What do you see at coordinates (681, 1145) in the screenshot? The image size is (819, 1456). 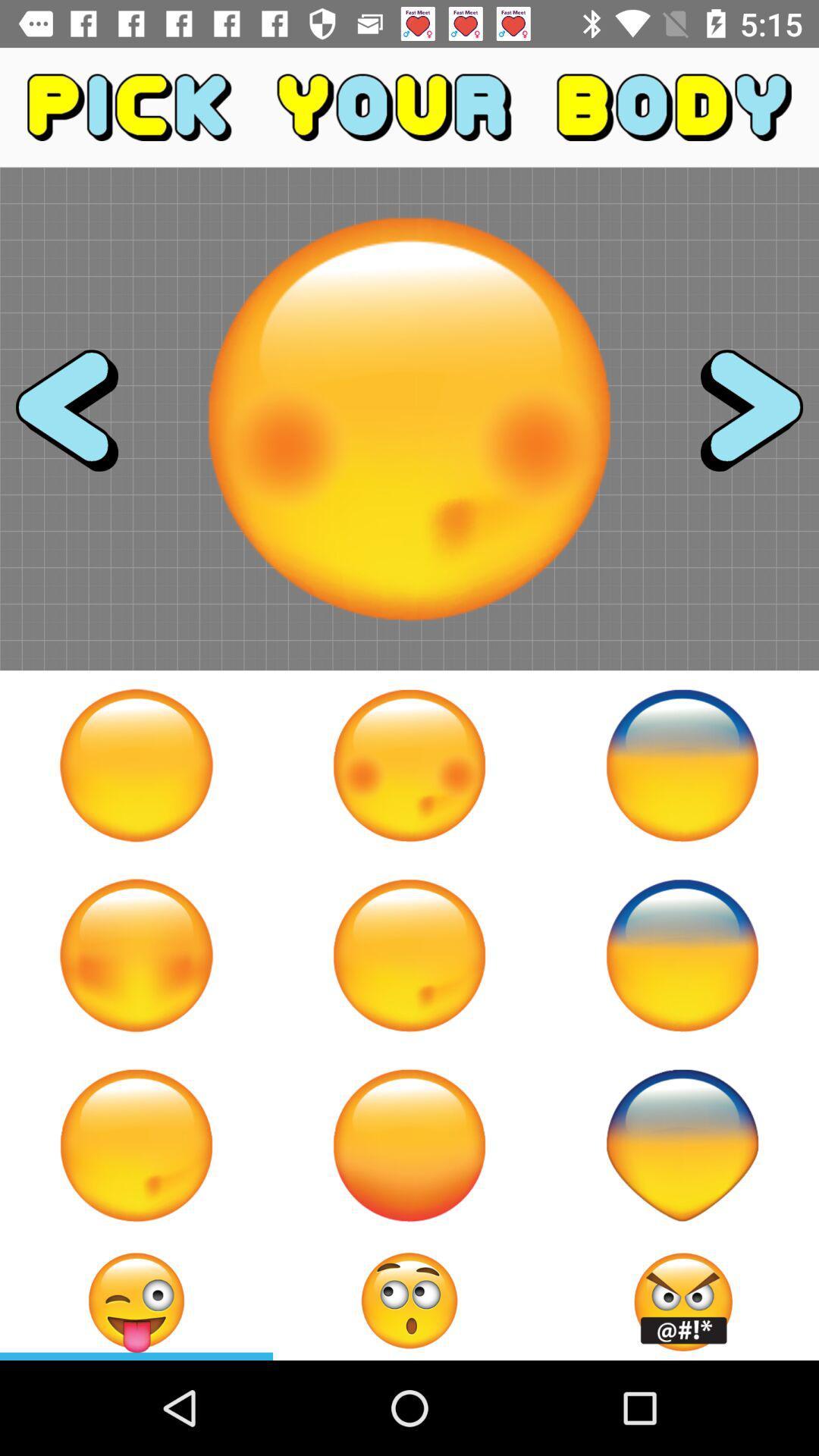 I see `funny simbol` at bounding box center [681, 1145].